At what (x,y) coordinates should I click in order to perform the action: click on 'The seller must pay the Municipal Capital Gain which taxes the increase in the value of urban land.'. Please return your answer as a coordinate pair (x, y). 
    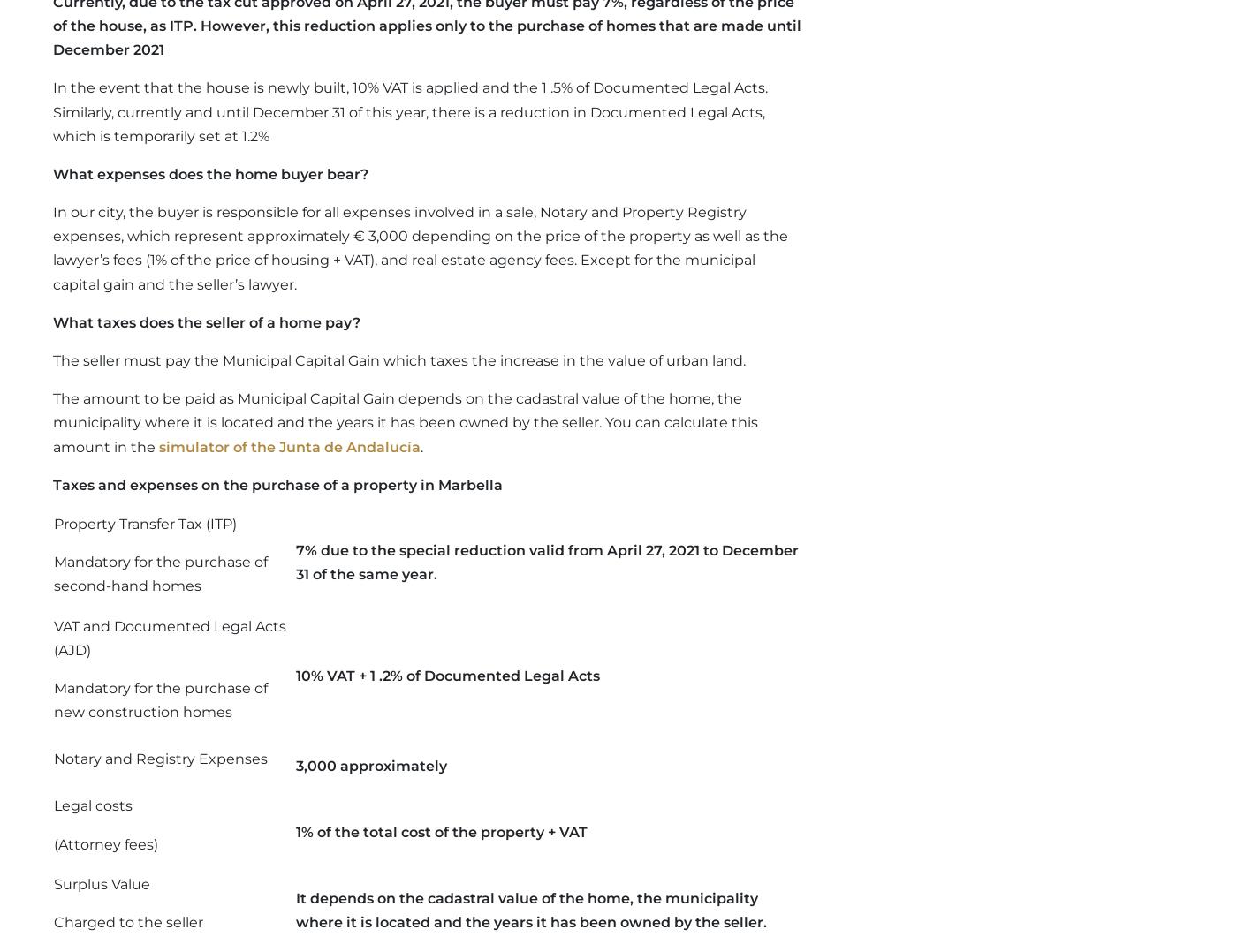
    Looking at the image, I should click on (399, 359).